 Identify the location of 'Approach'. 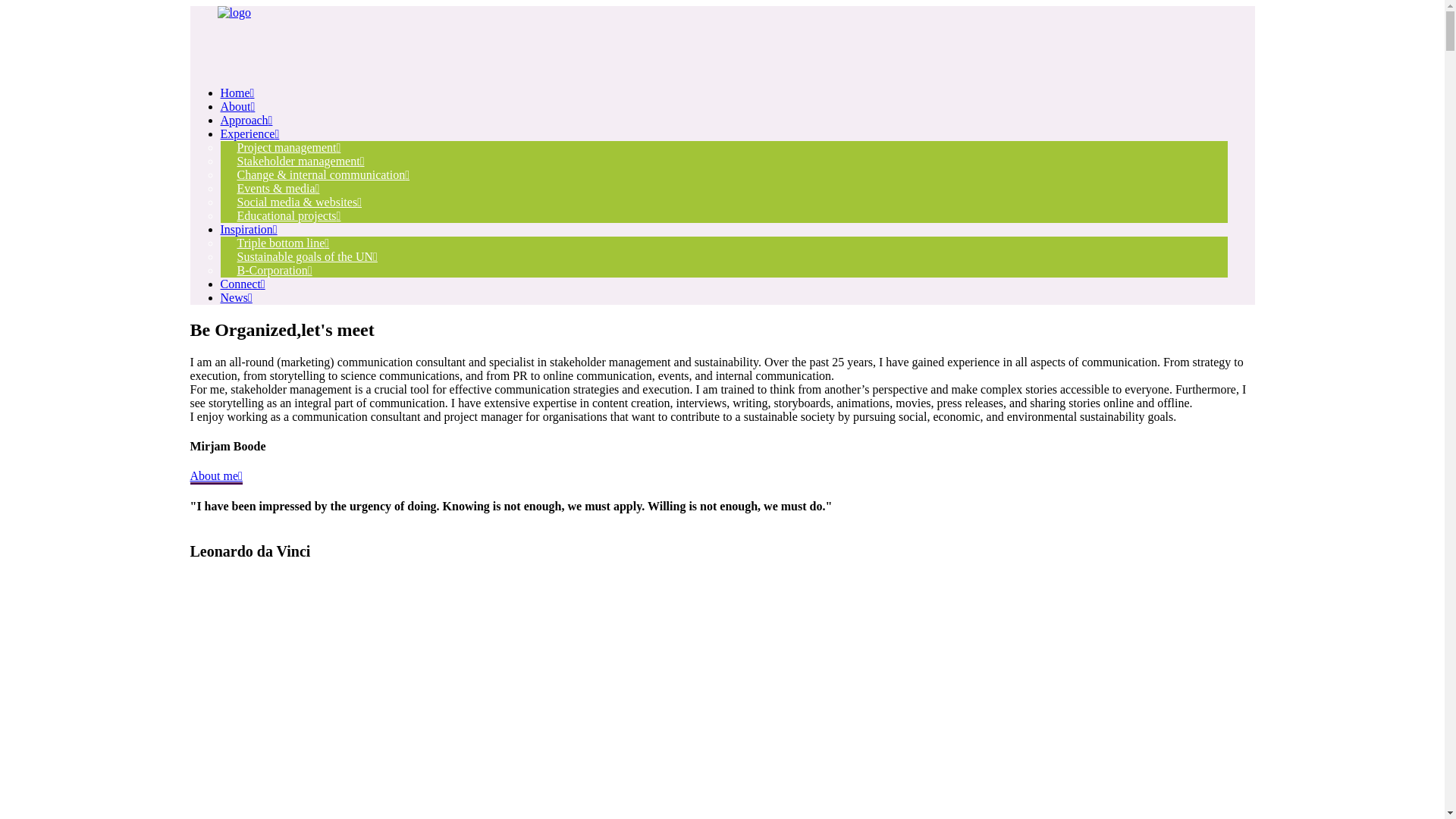
(246, 119).